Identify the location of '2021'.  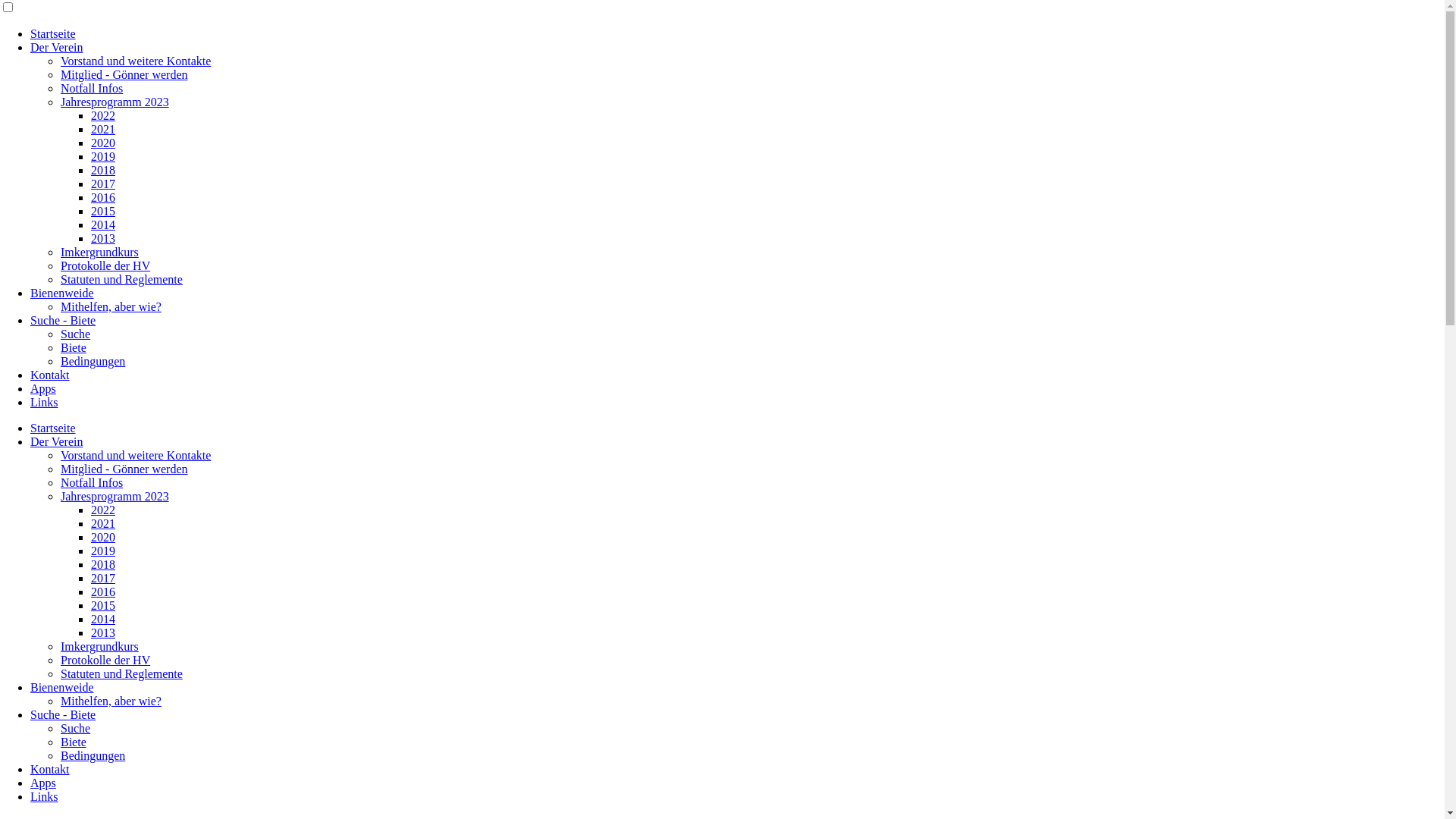
(102, 522).